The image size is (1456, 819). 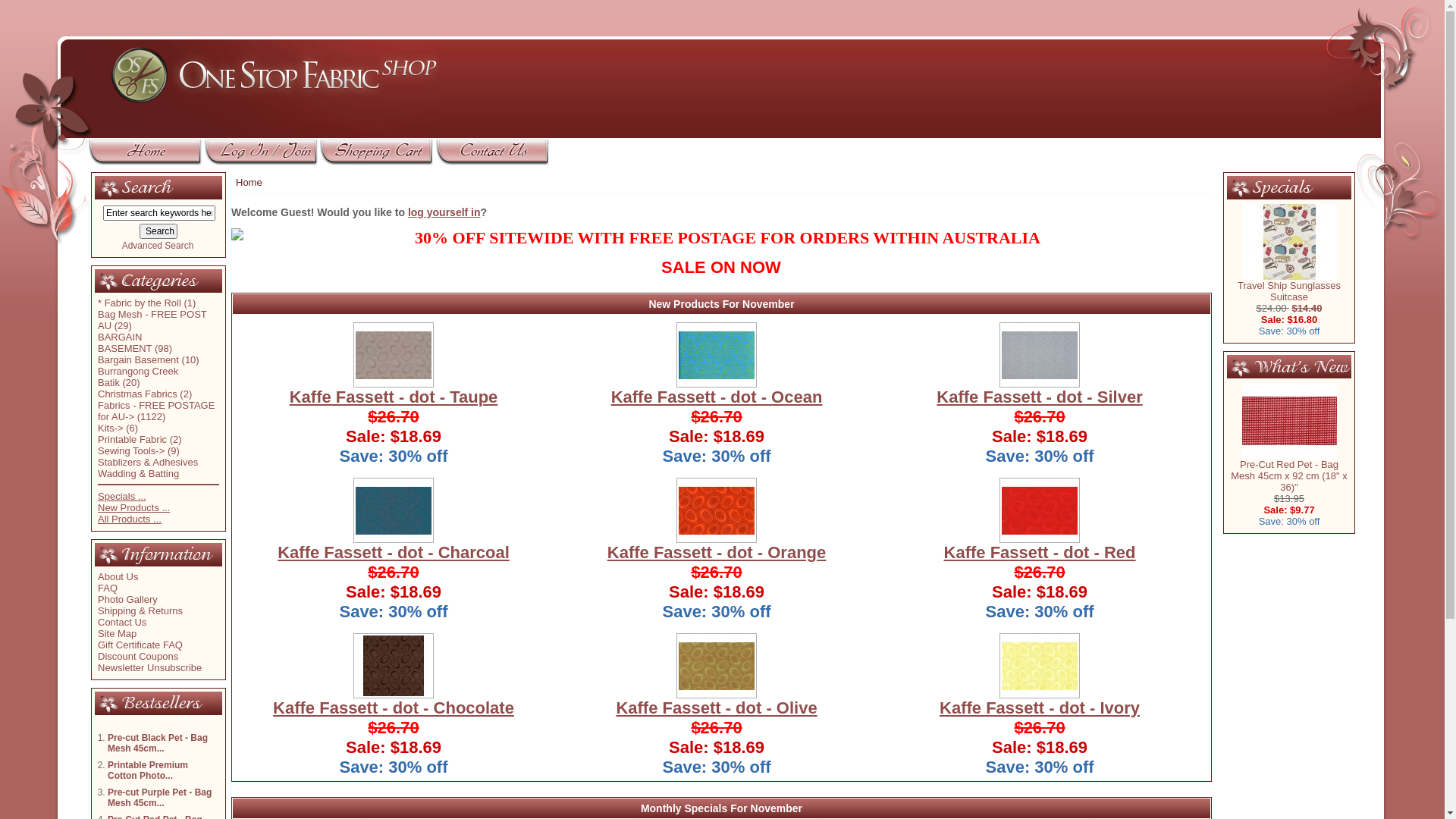 What do you see at coordinates (138, 376) in the screenshot?
I see `'Burrangong Creek Batik'` at bounding box center [138, 376].